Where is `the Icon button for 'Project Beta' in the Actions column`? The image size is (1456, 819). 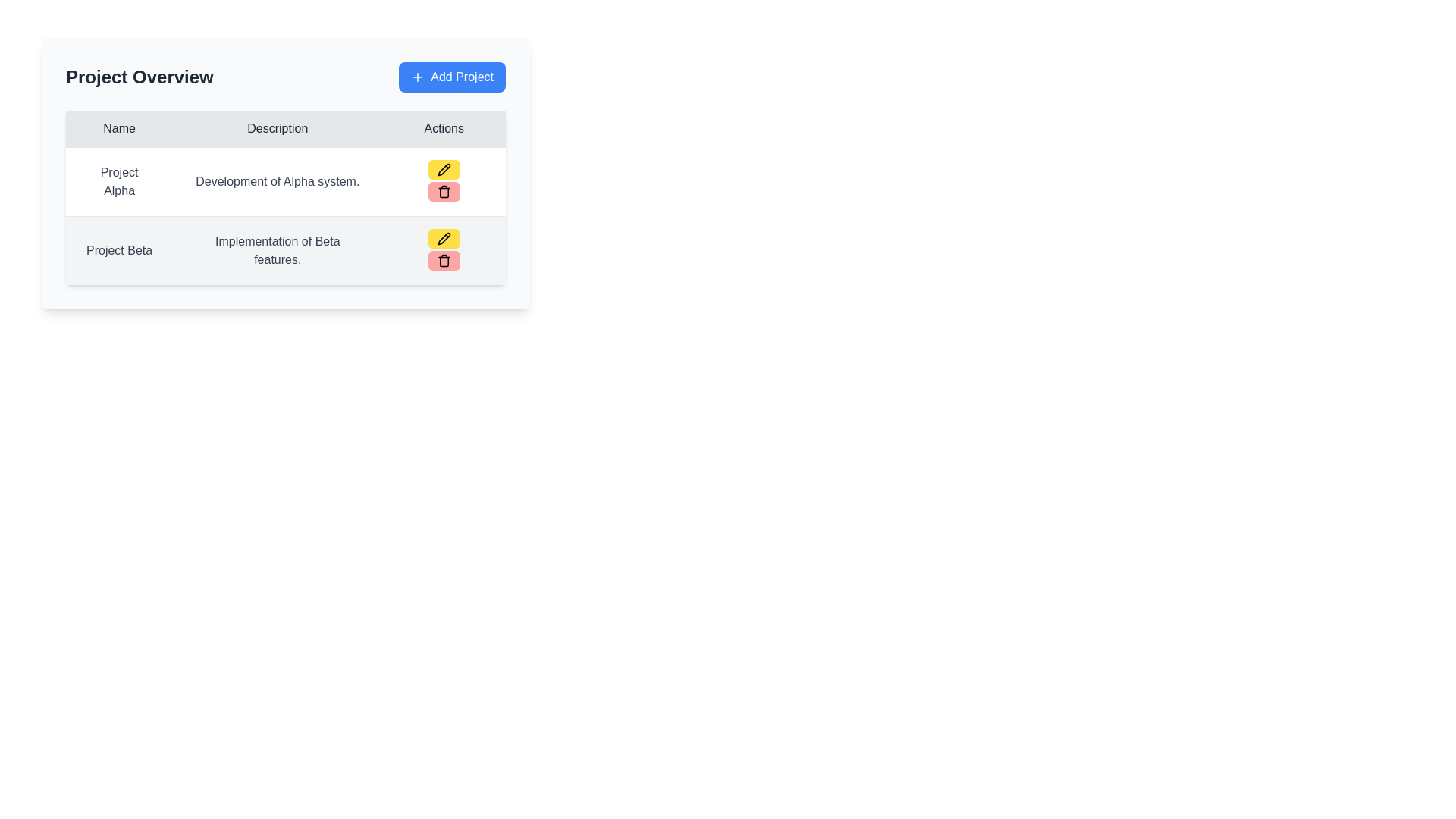 the Icon button for 'Project Beta' in the Actions column is located at coordinates (443, 259).